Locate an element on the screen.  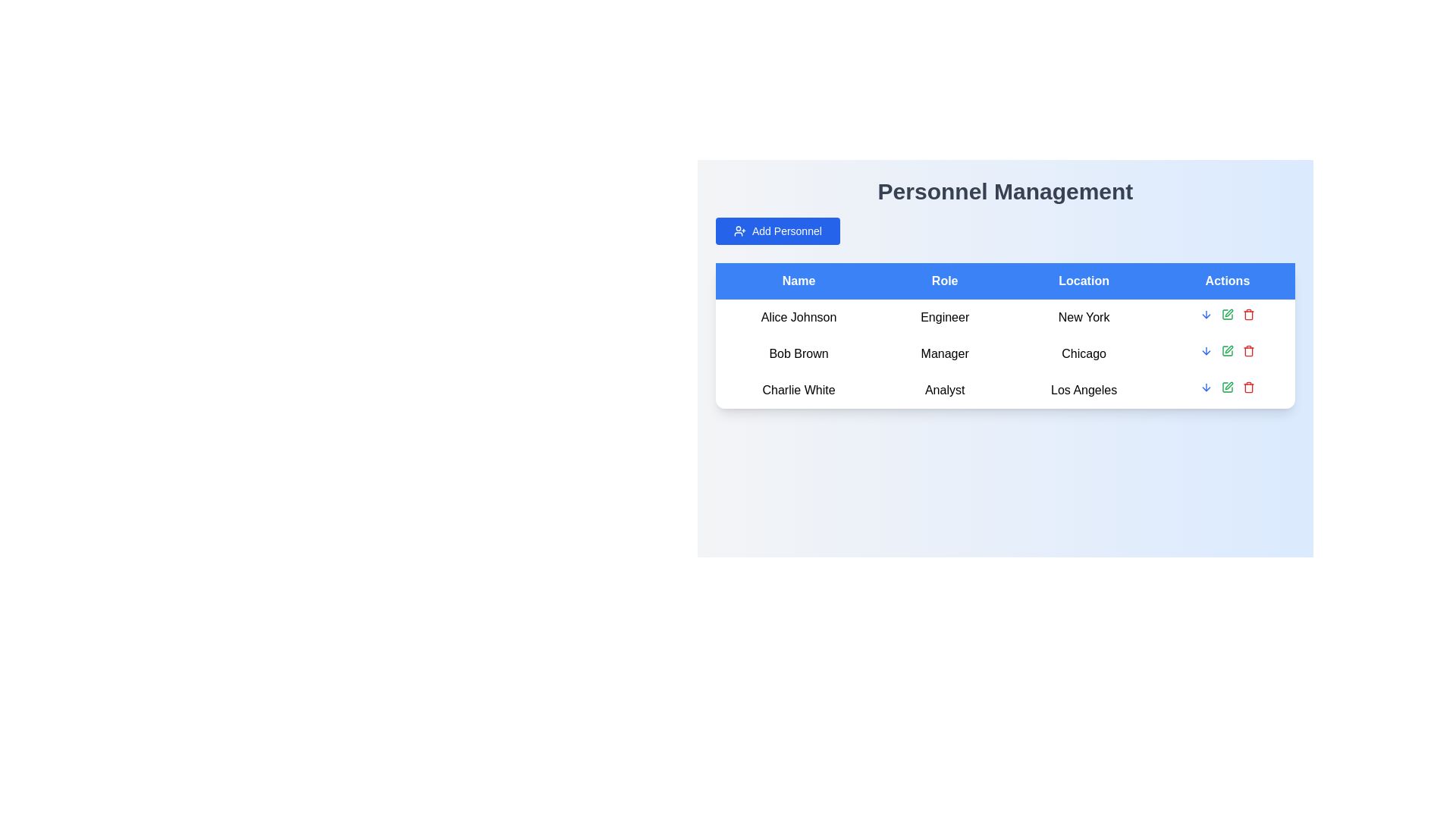
the edit button for 'Bob Brown' located in the fourth column of the second row of the table, positioned between a blue downward arrow icon and a red trash icon is located at coordinates (1227, 350).